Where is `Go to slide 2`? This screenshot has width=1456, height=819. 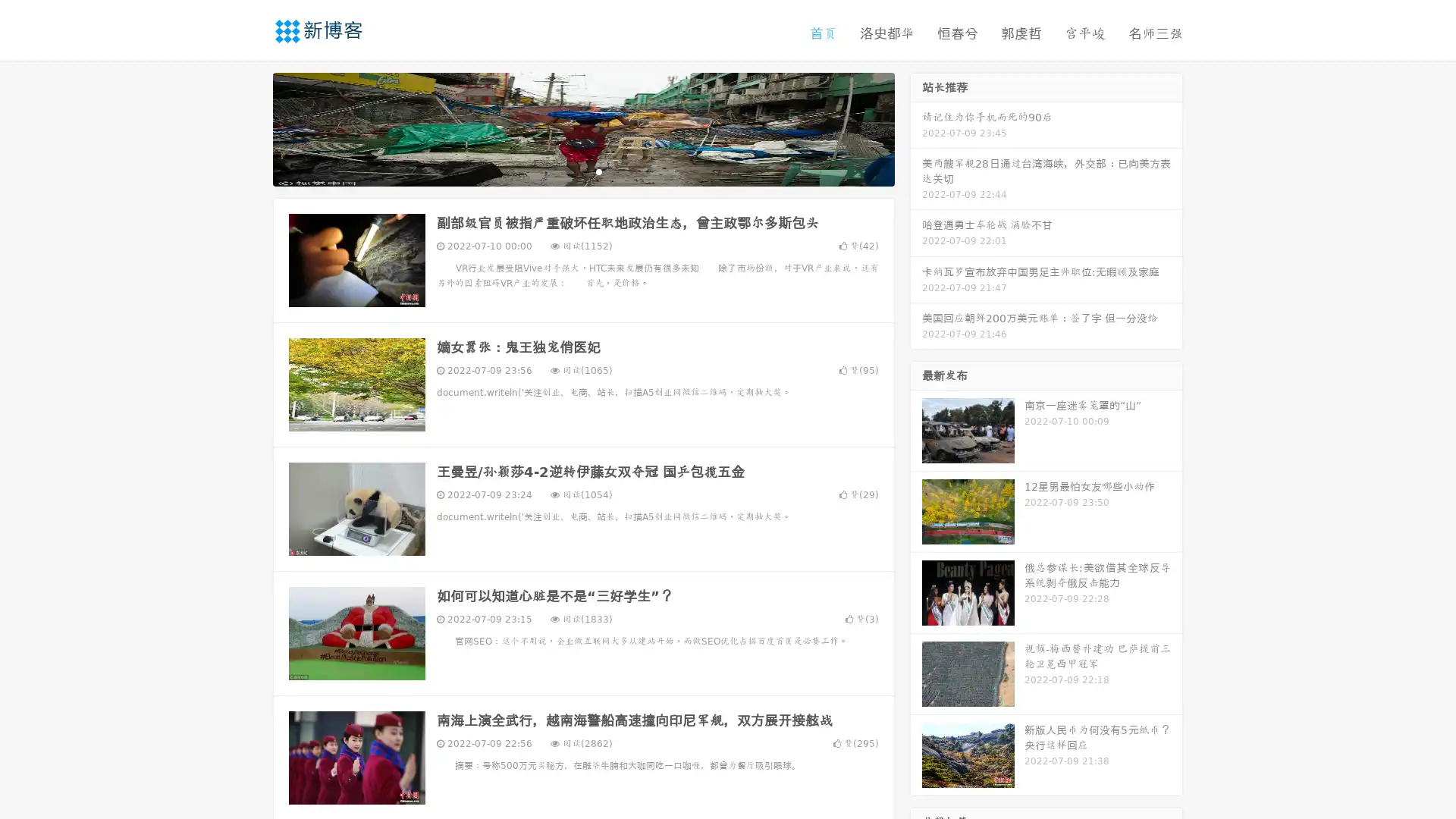 Go to slide 2 is located at coordinates (582, 171).